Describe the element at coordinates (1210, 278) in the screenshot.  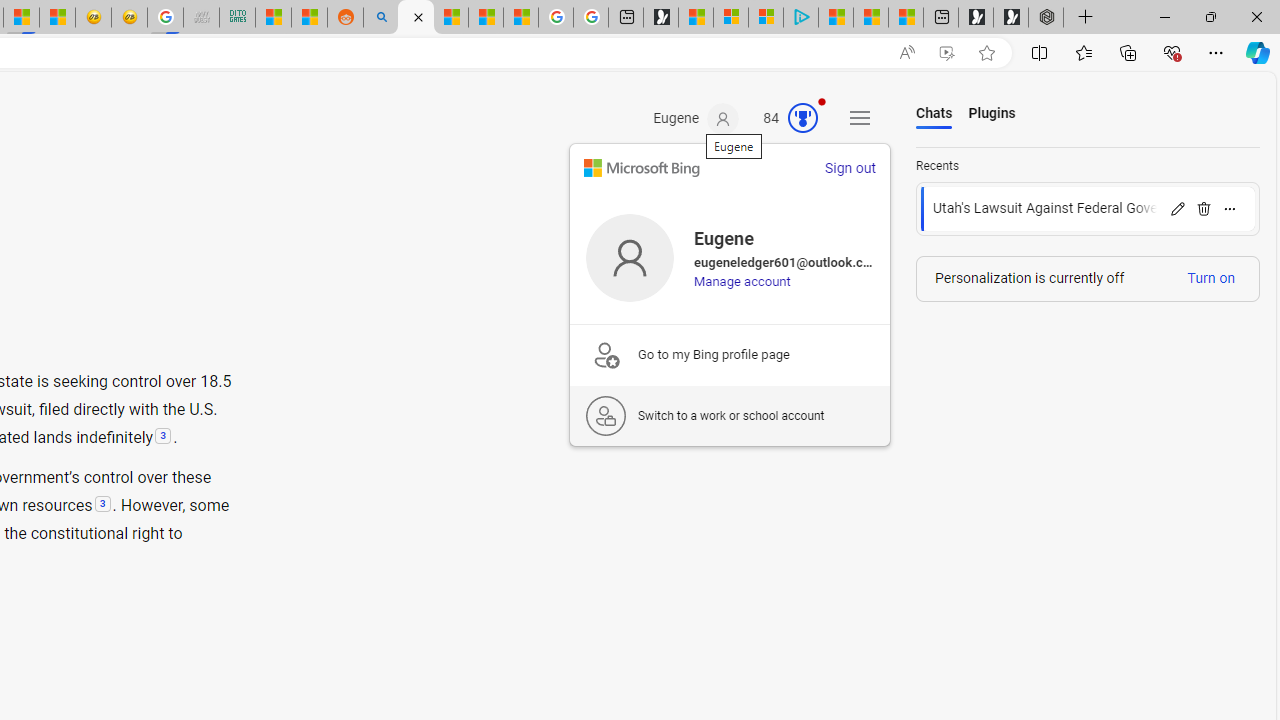
I see `'Turn on'` at that location.